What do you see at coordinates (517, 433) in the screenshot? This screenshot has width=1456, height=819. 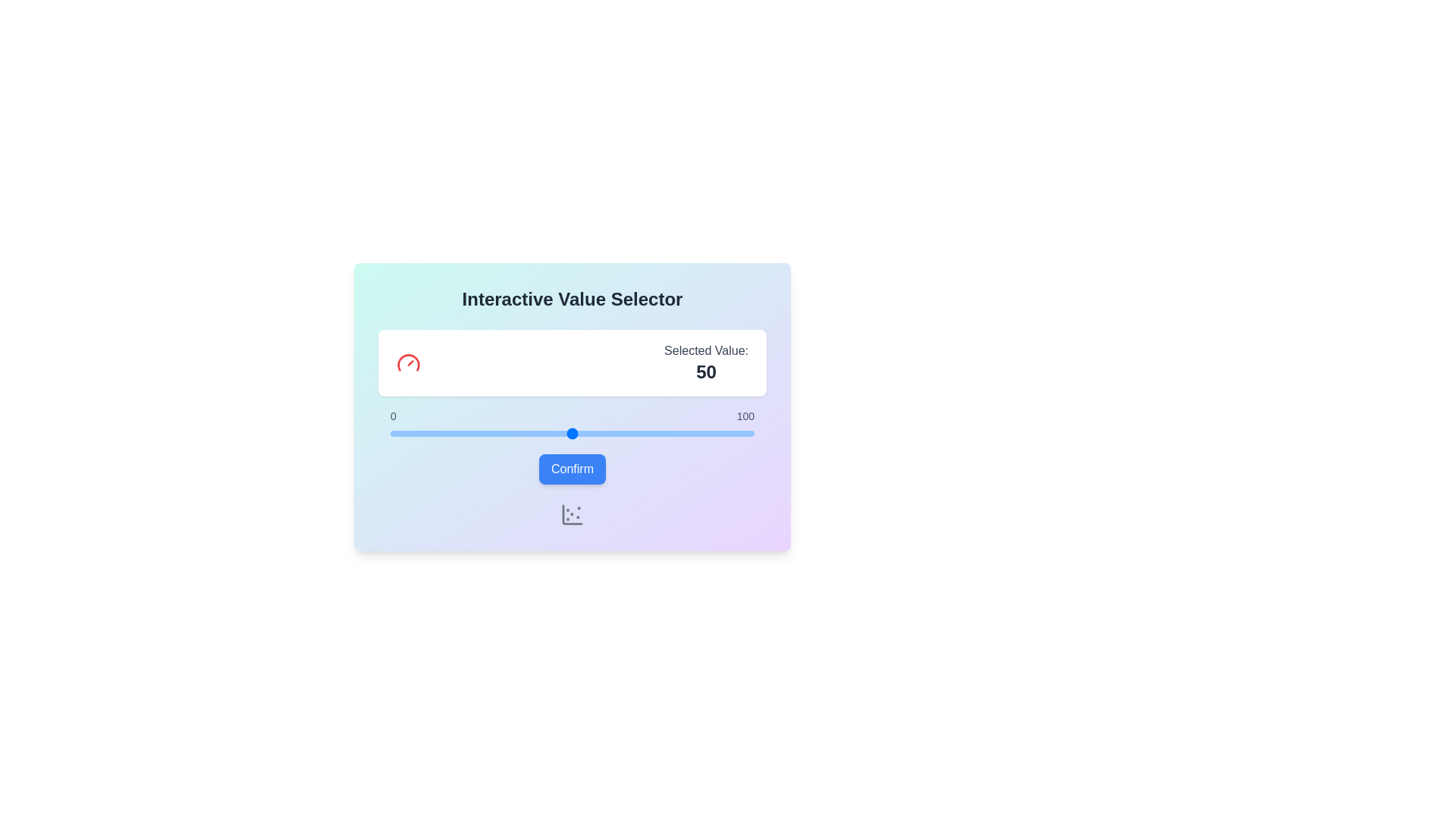 I see `the slider to set the value to 35` at bounding box center [517, 433].